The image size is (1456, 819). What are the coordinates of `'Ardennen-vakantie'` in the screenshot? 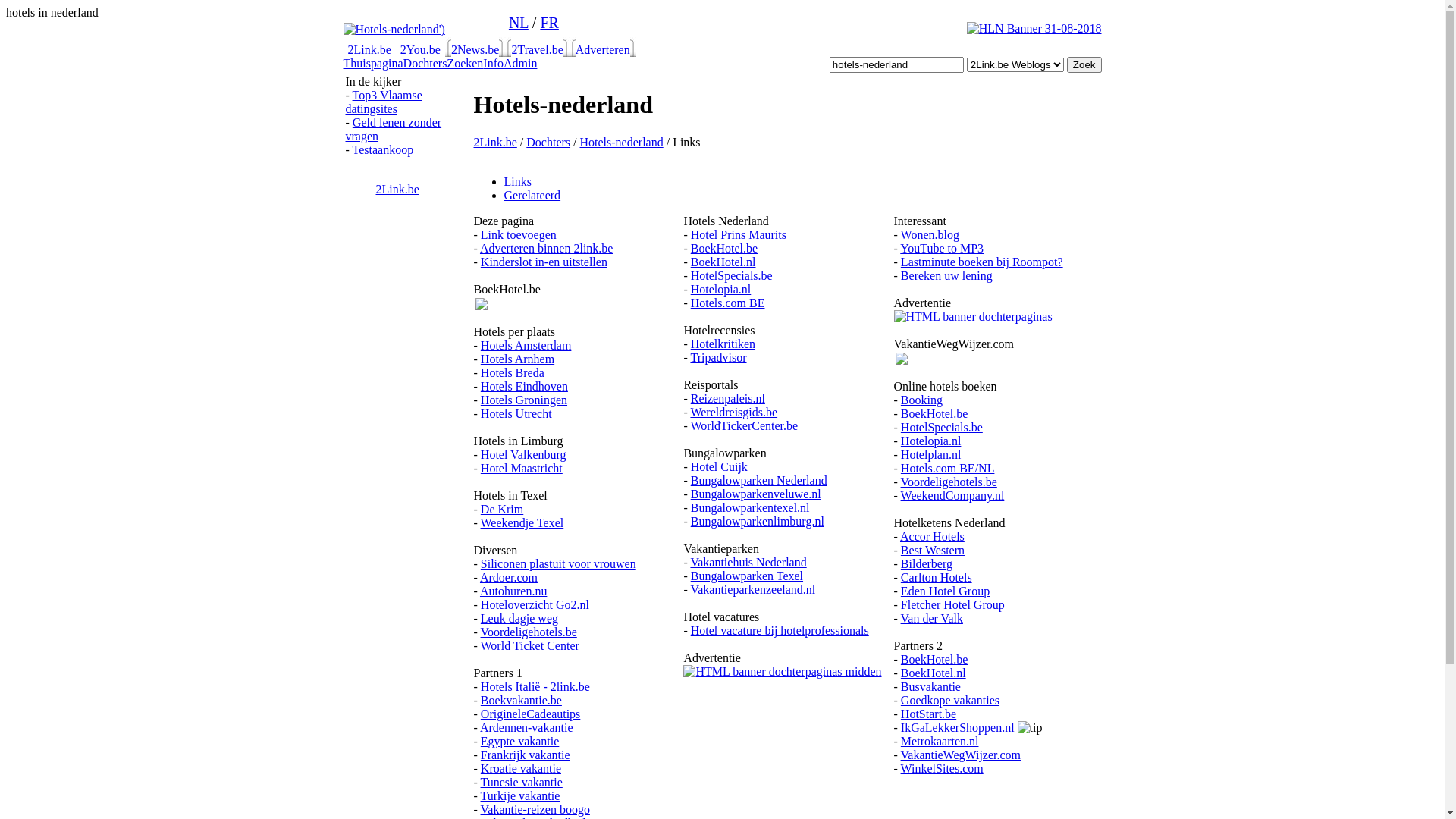 It's located at (526, 726).